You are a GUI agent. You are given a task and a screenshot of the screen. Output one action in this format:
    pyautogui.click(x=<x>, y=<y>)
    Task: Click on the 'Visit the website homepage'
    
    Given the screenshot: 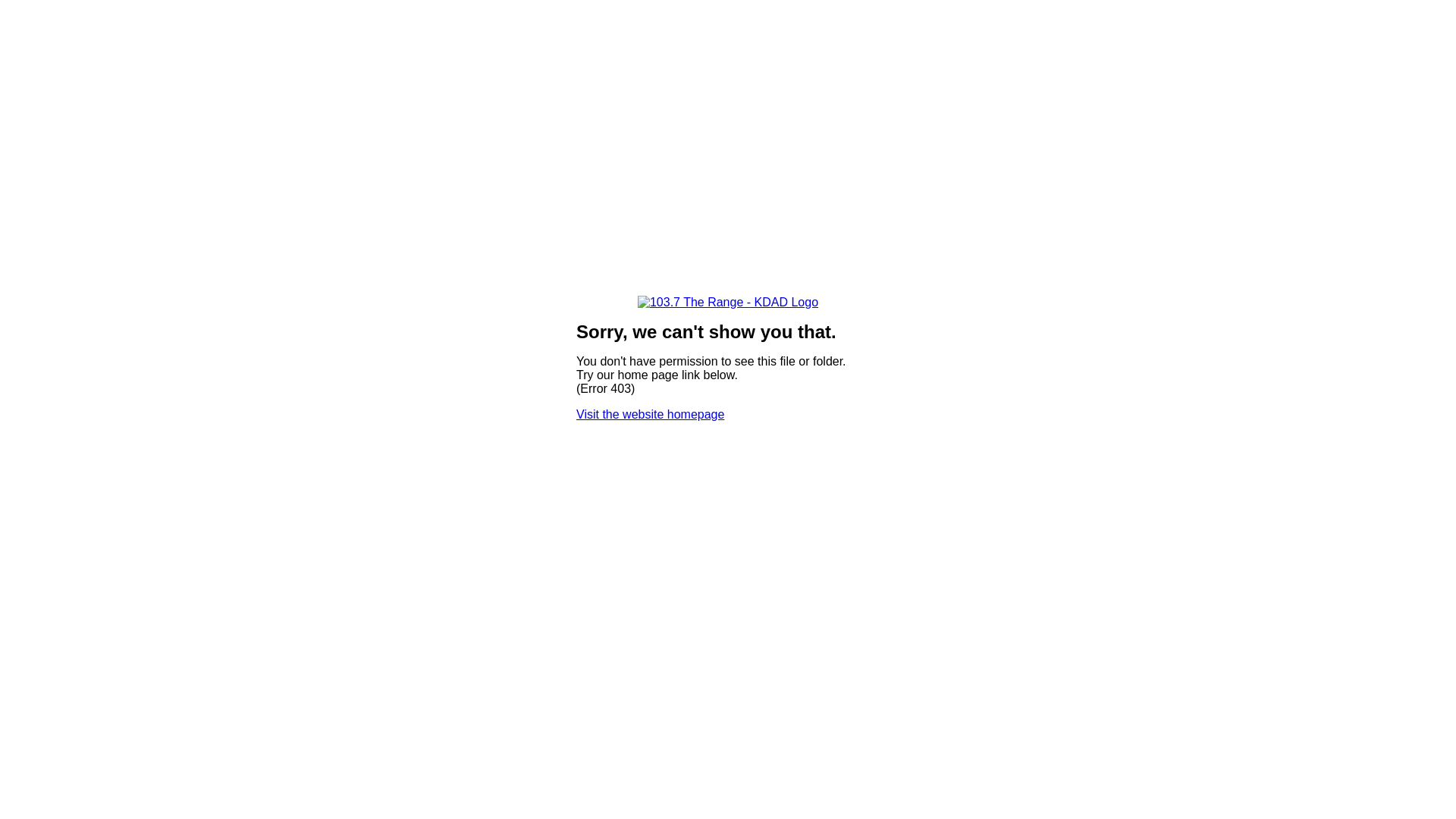 What is the action you would take?
    pyautogui.click(x=650, y=414)
    